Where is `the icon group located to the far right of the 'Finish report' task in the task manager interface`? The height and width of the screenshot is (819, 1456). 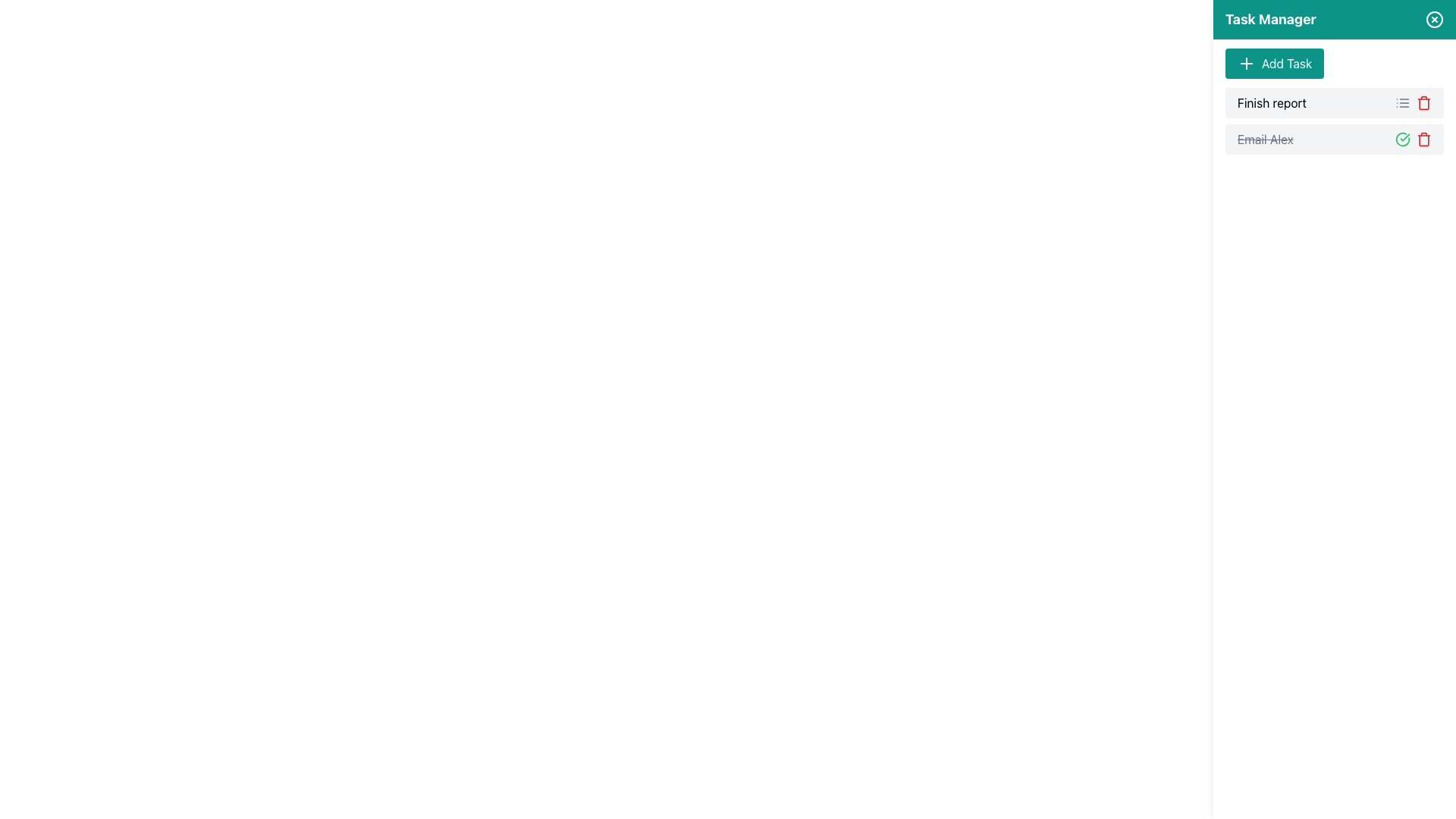
the icon group located to the far right of the 'Finish report' task in the task manager interface is located at coordinates (1412, 102).